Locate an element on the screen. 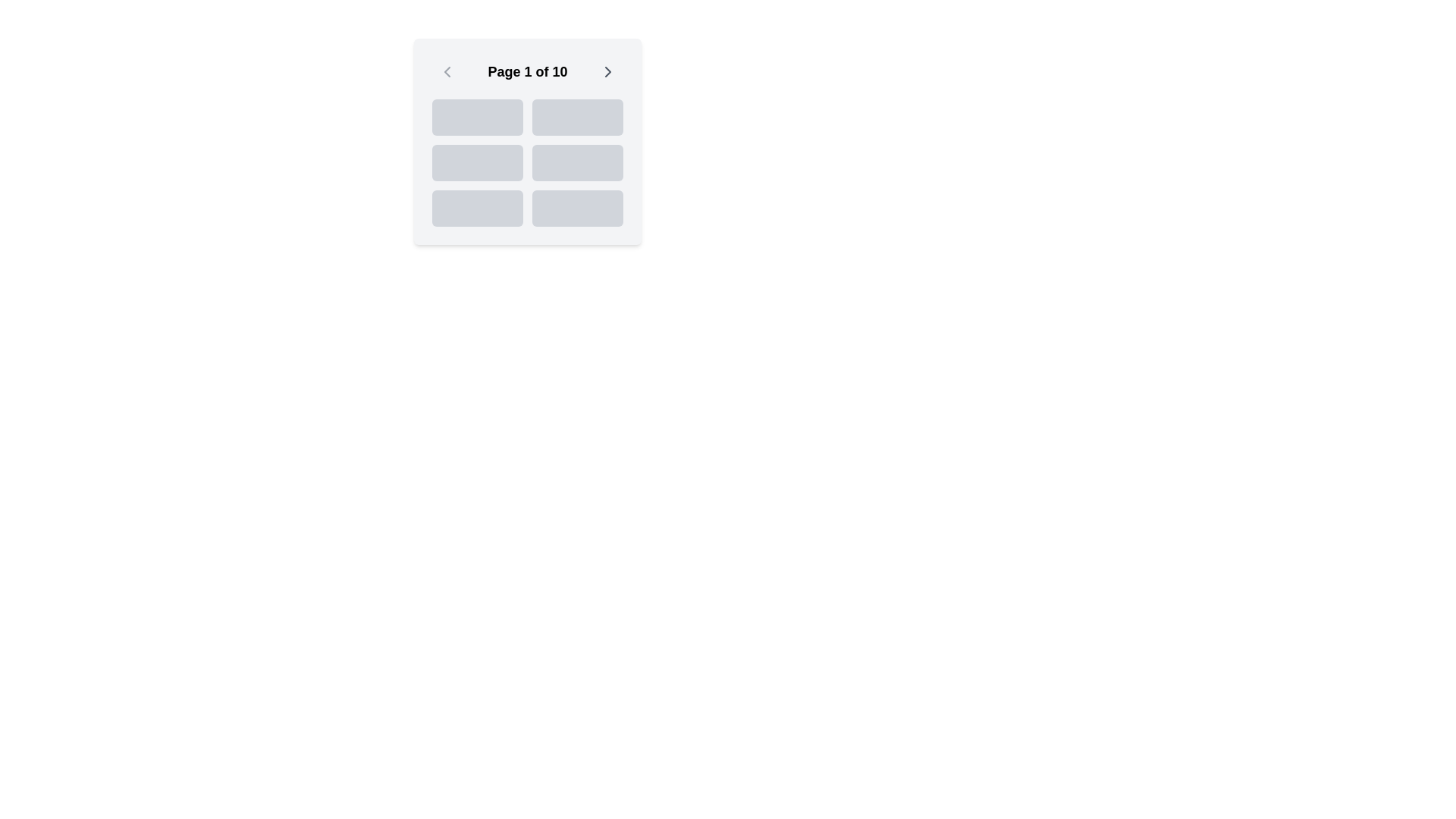 The image size is (1456, 819). the non-interactive rectangular button-like visual block located in the third row and first column of a 2-column grid layout is located at coordinates (476, 208).